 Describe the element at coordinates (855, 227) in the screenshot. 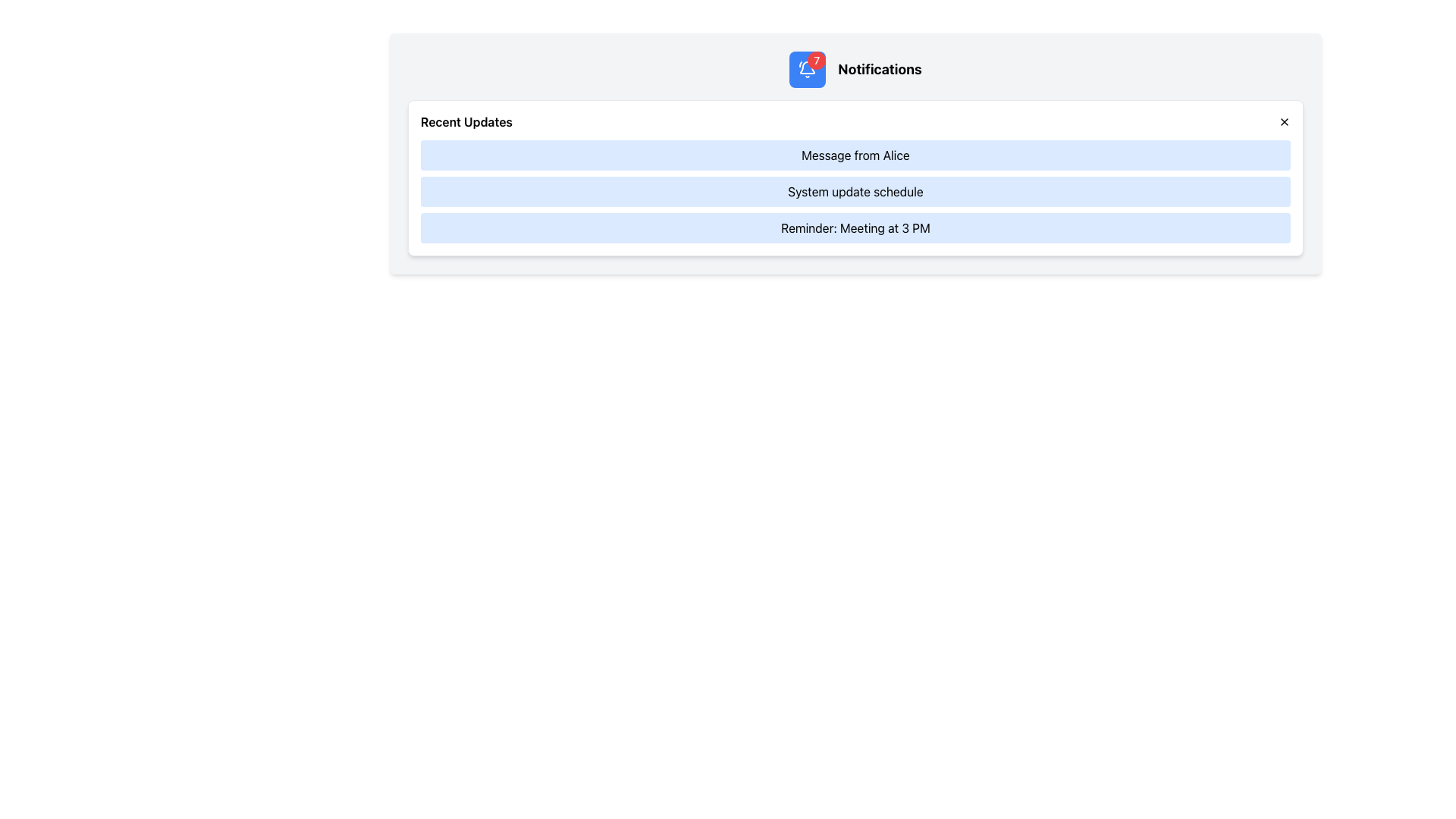

I see `notification banner indicating an upcoming meeting scheduled at 3 PM located in the 'Recent Updates' section, which is the third entry below 'Message from Alice' and 'System update schedule'` at that location.